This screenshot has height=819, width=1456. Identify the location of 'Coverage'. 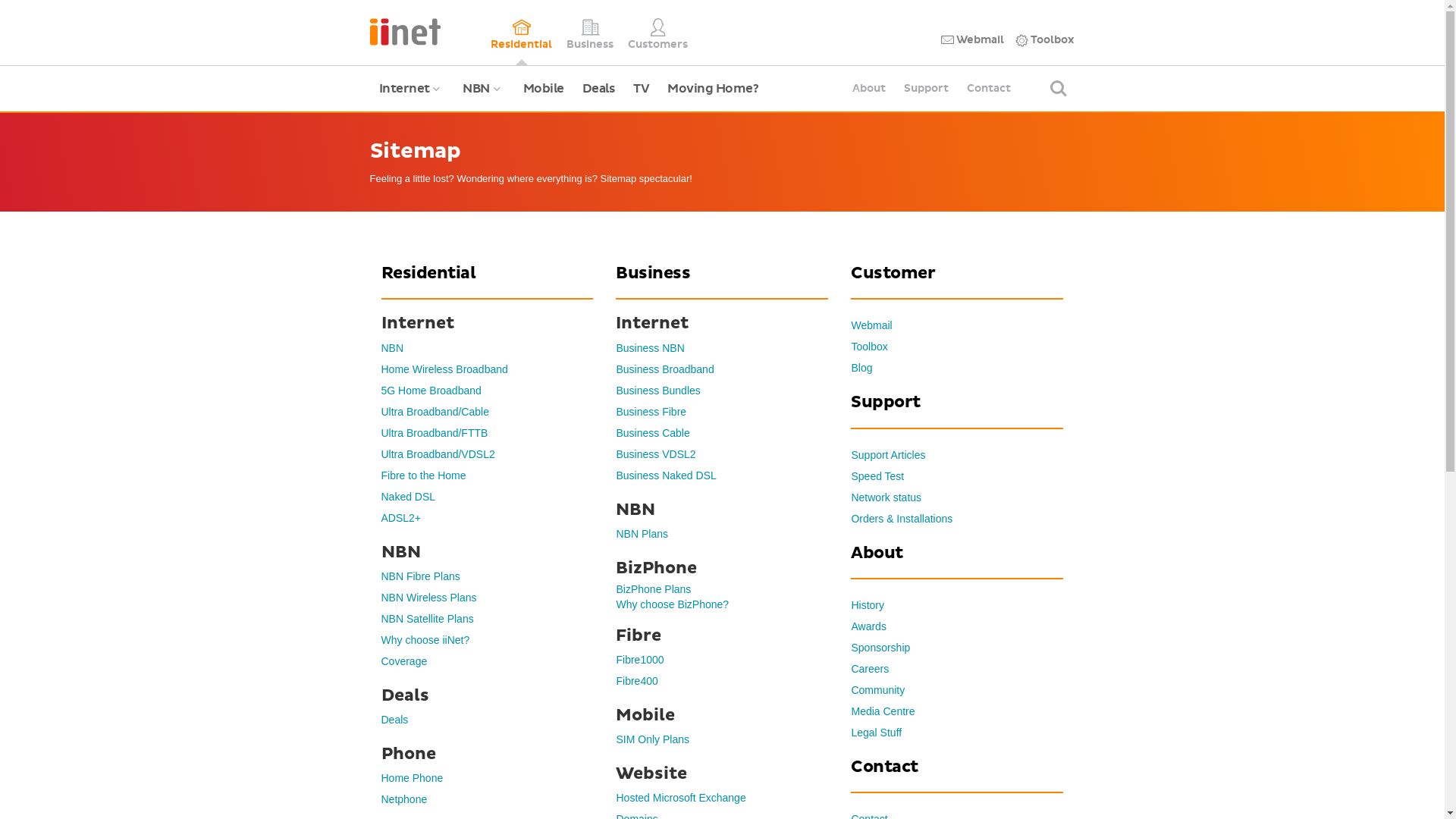
(381, 660).